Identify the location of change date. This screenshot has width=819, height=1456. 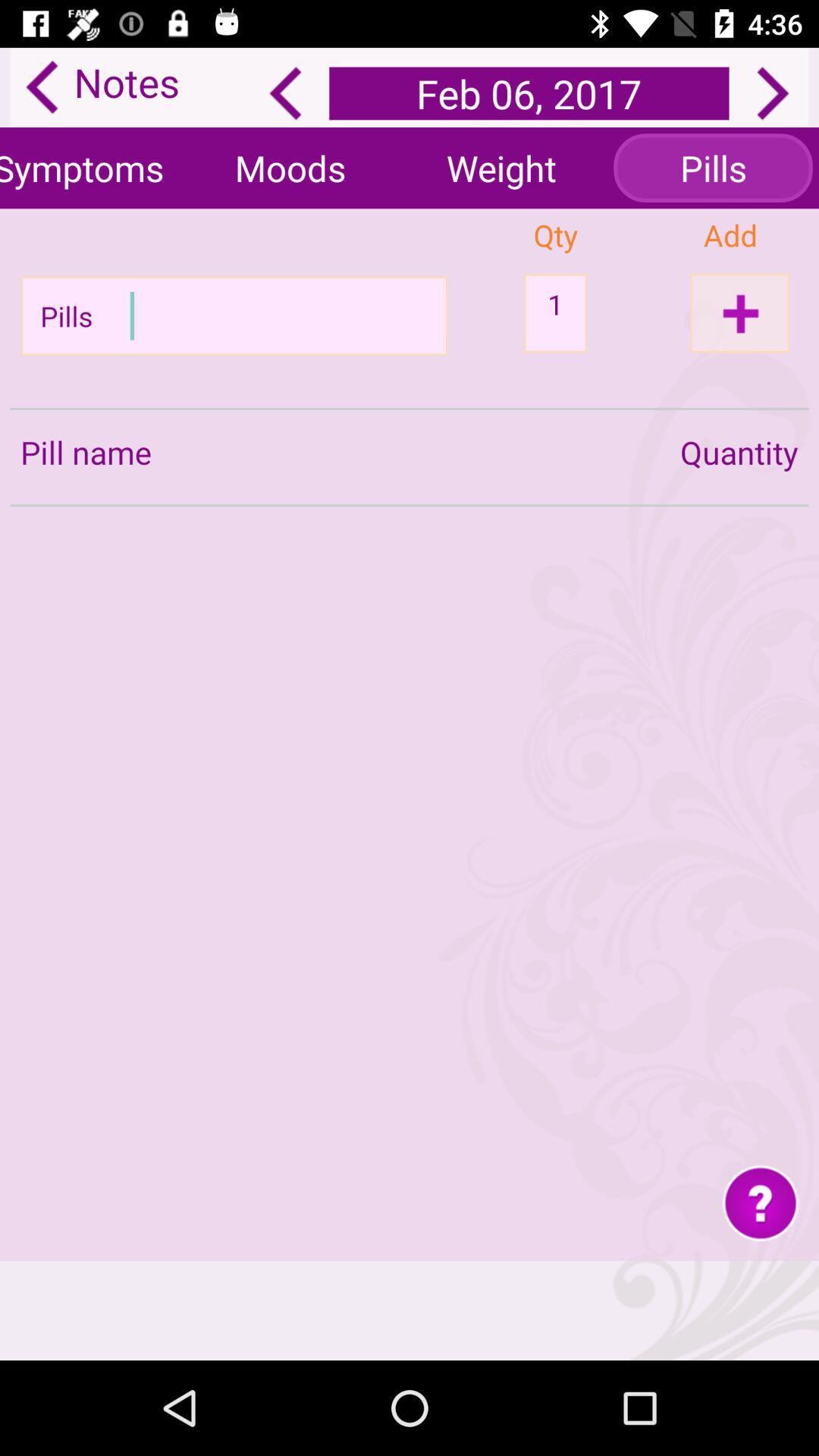
(773, 93).